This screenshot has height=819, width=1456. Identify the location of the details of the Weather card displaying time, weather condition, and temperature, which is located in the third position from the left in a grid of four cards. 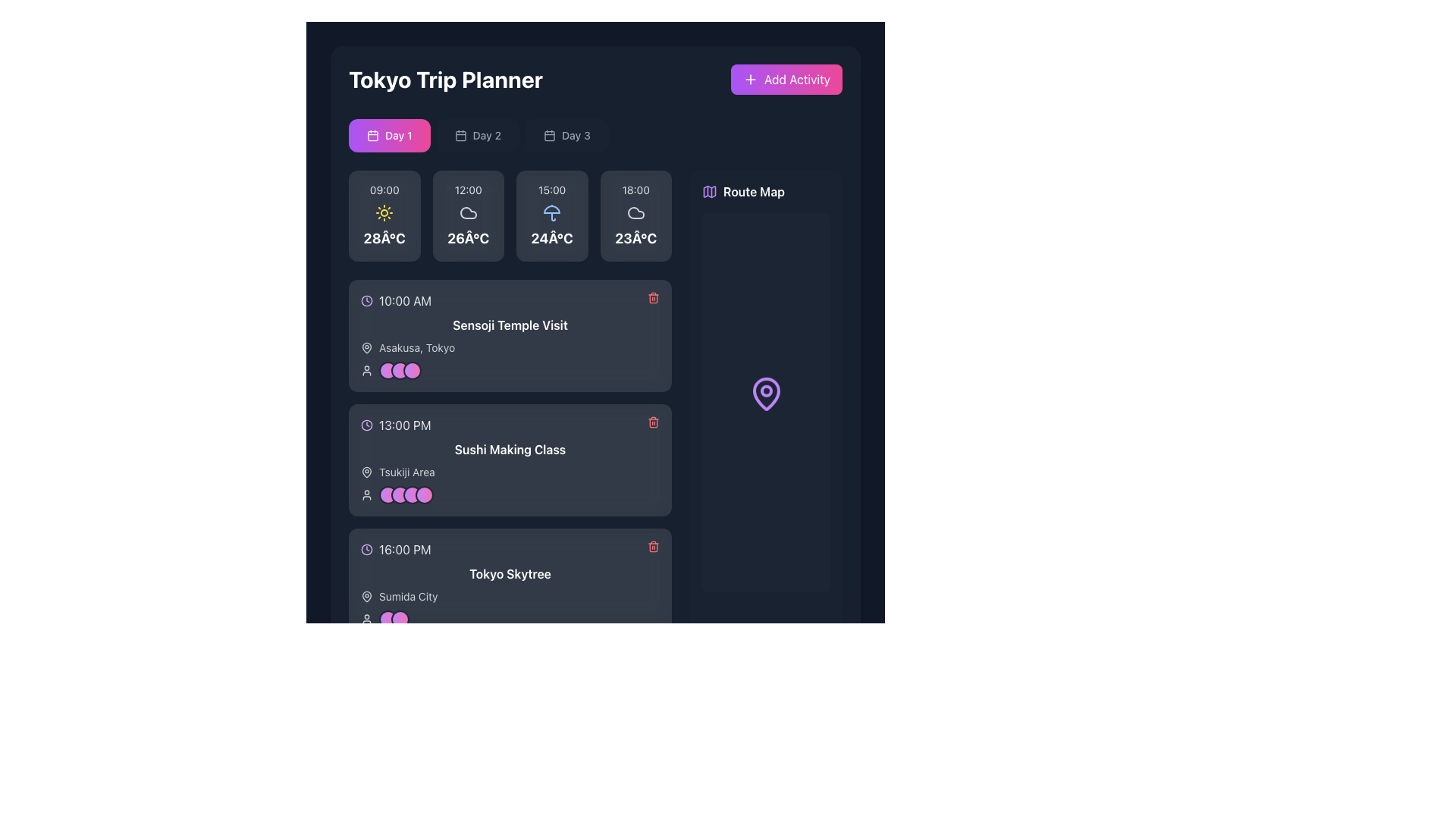
(551, 216).